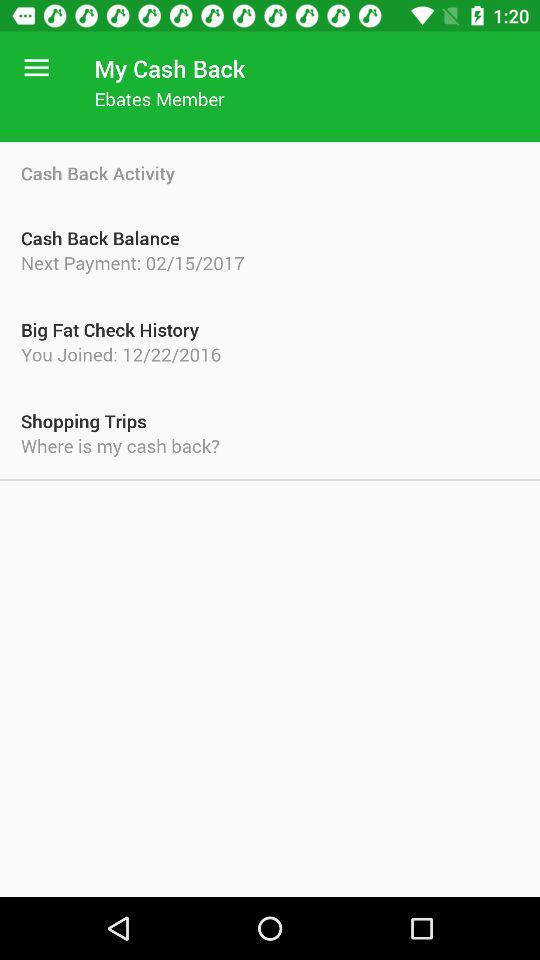 The height and width of the screenshot is (960, 540). Describe the element at coordinates (270, 354) in the screenshot. I see `the you joined 12 icon` at that location.